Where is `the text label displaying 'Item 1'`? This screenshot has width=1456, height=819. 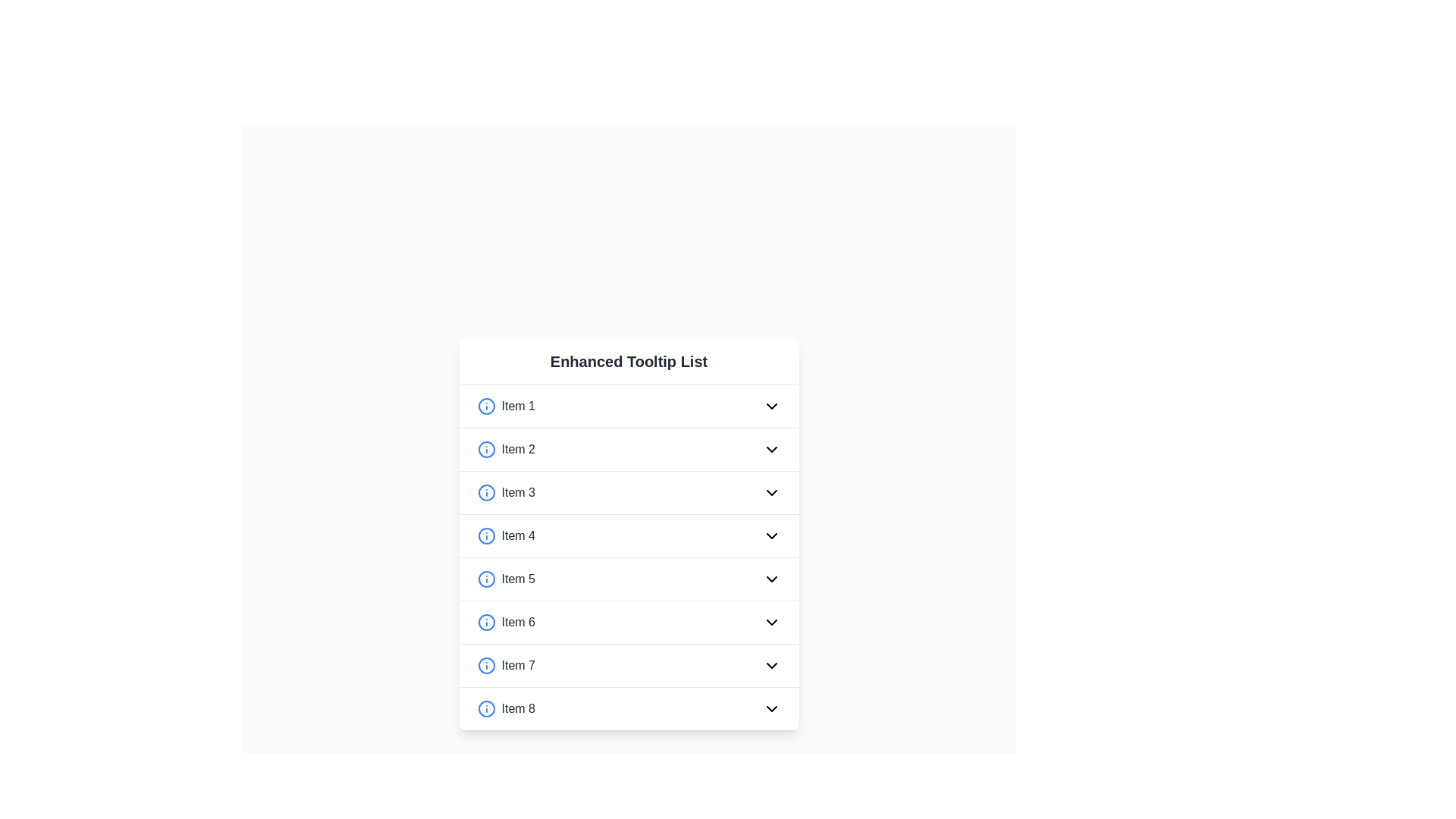
the text label displaying 'Item 1' is located at coordinates (518, 406).